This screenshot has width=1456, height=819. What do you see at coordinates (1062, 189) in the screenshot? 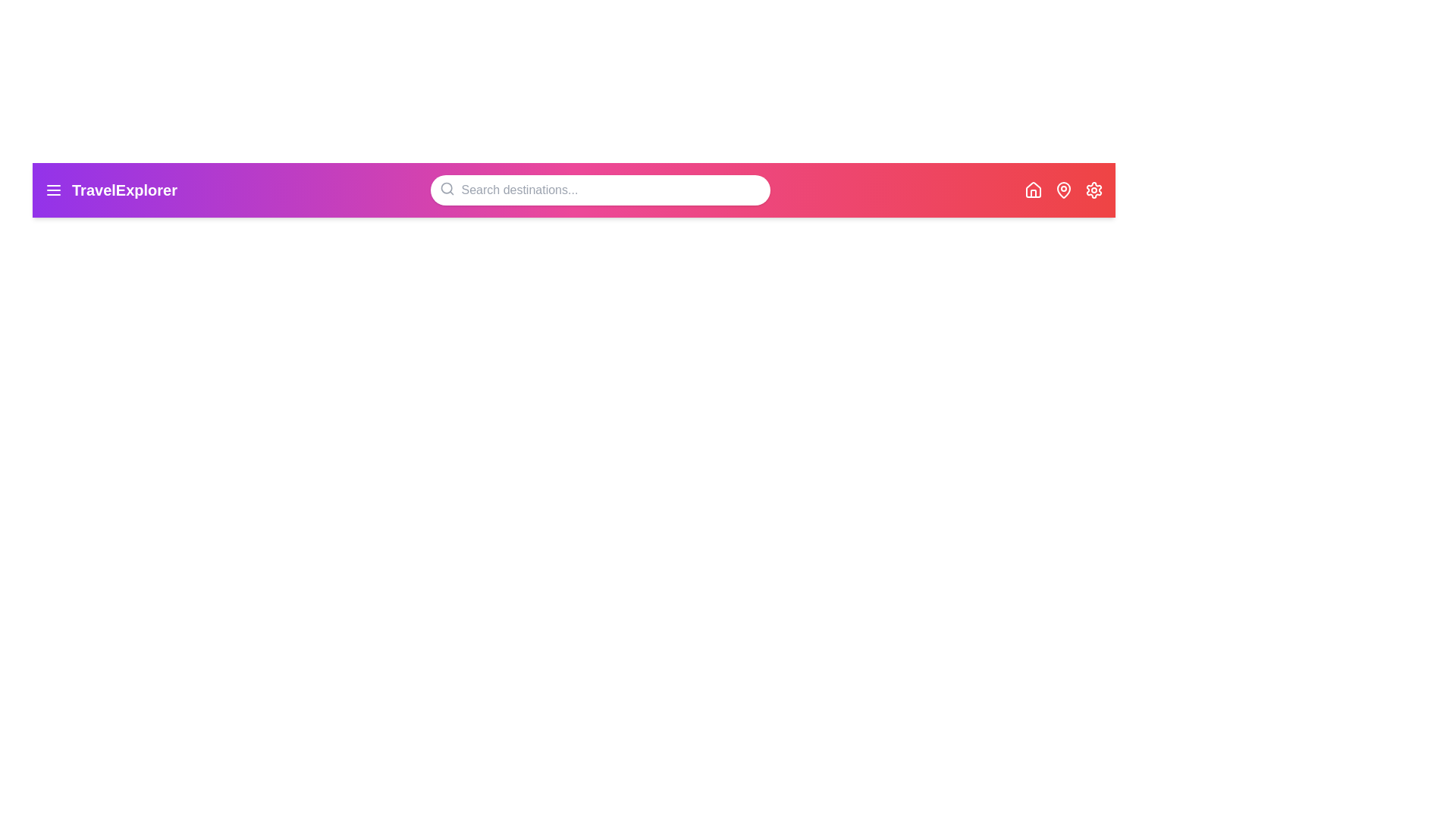
I see `the MapPin icon to view or locate destinations` at bounding box center [1062, 189].